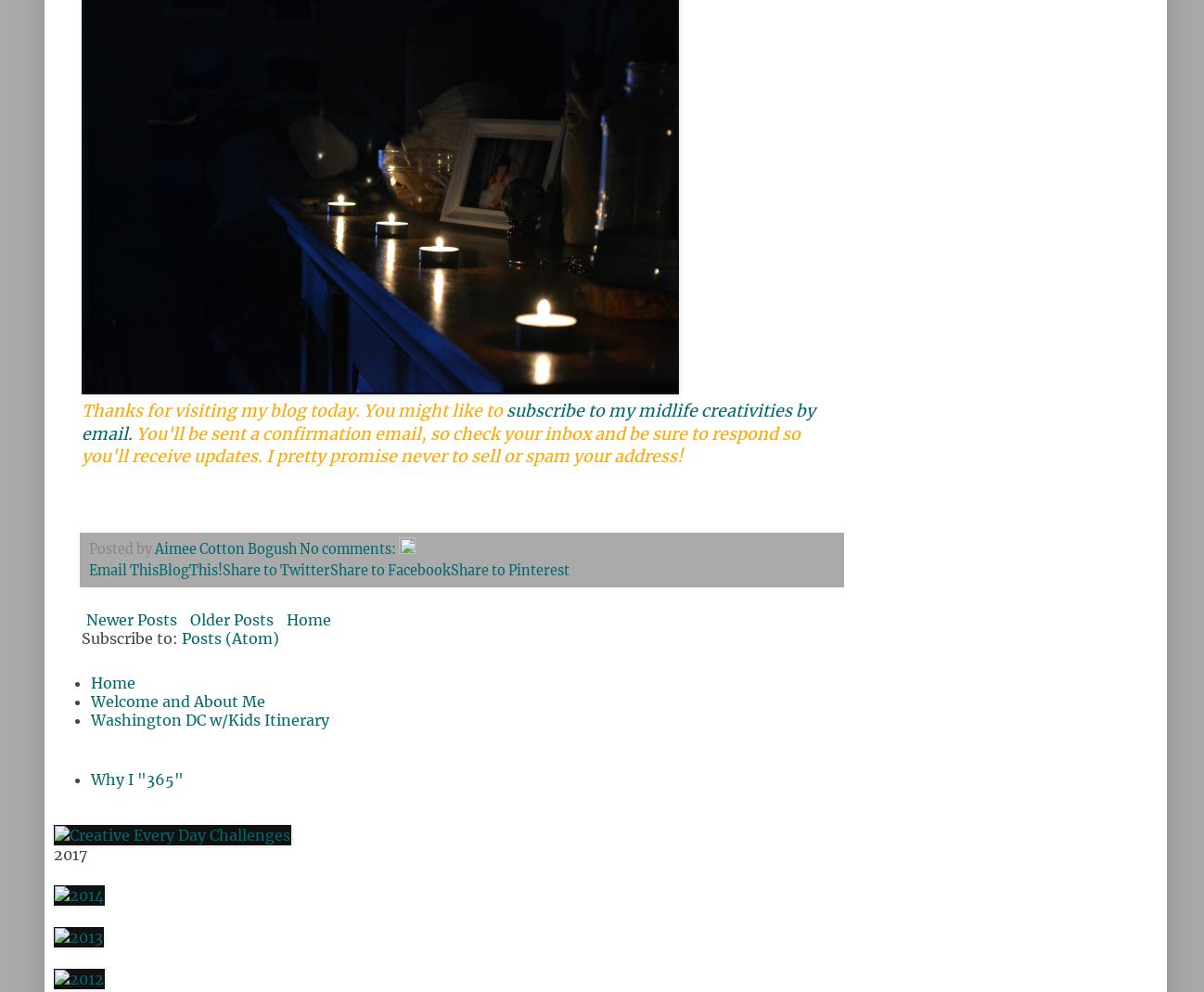  I want to click on 'Thanks for visiting my blog today.  You might like to', so click(292, 409).